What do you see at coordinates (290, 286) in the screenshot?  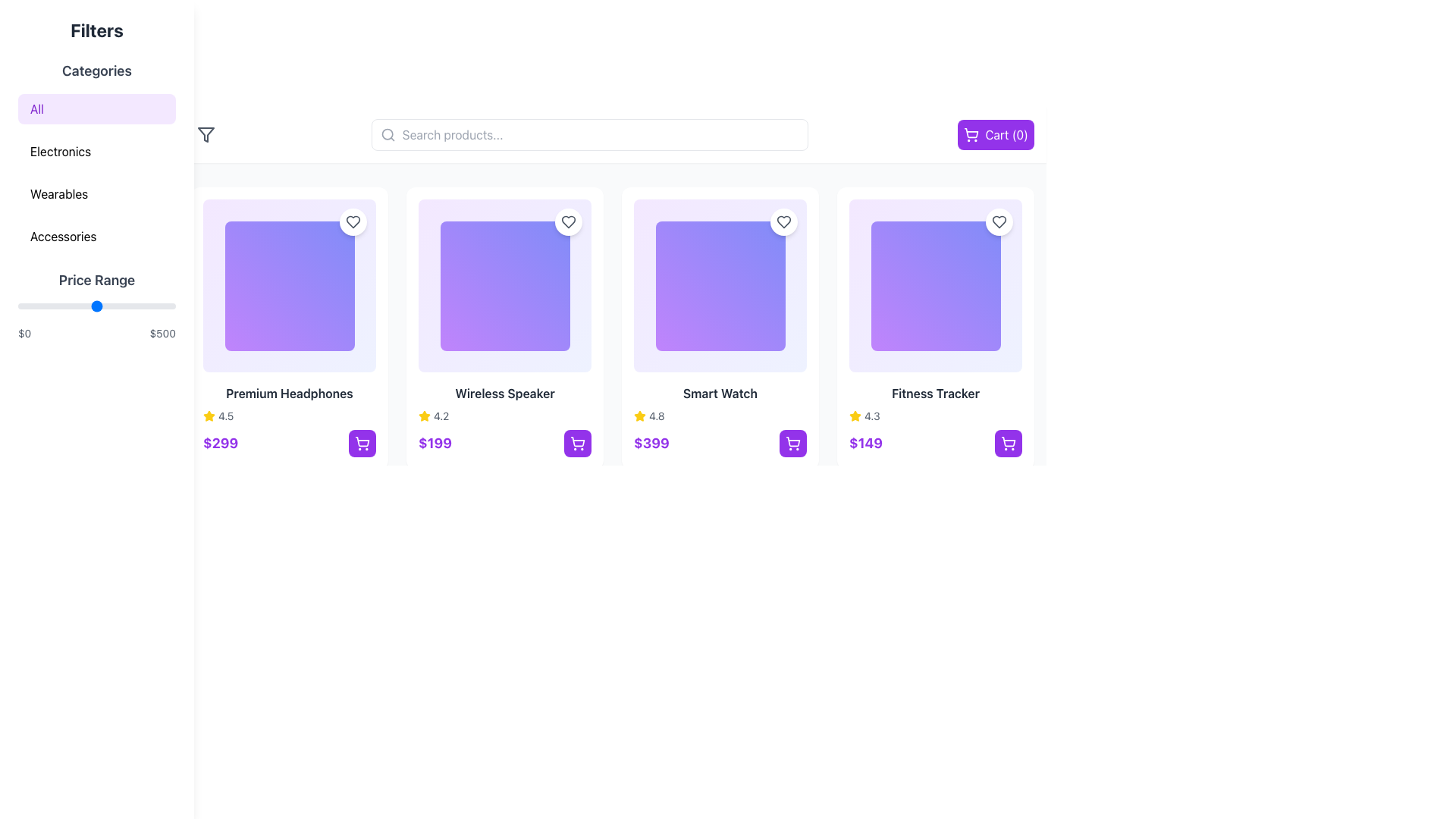 I see `the image placeholder located within the first product card, which is the largest visual element above the product title 'Premium Headphones'` at bounding box center [290, 286].